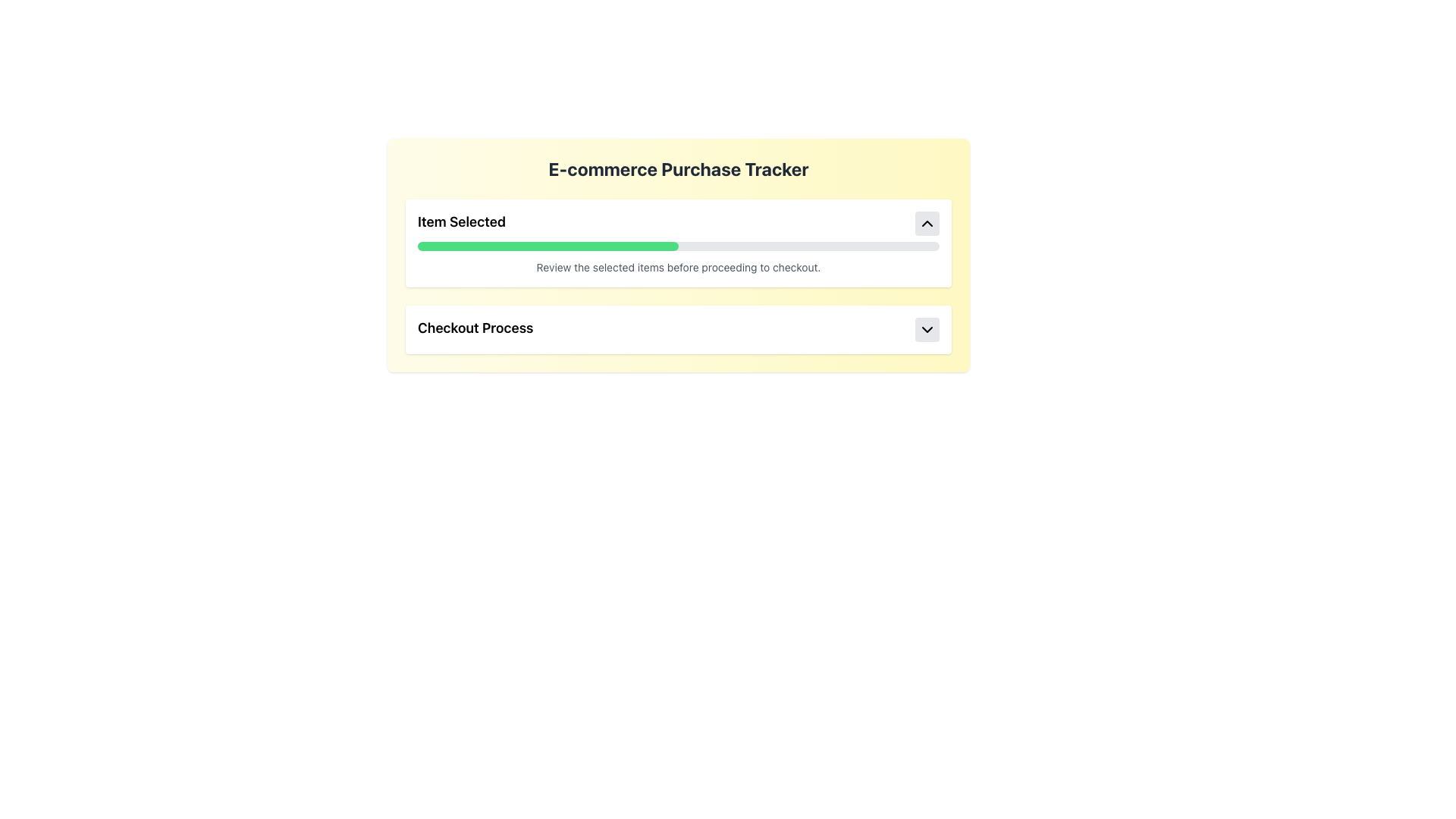  I want to click on the Static Text Label that reads 'Review the selected items before proceeding to checkout.', which is located below the 'Item Selected' progress bar and above the 'Checkout Process' section, so click(677, 267).